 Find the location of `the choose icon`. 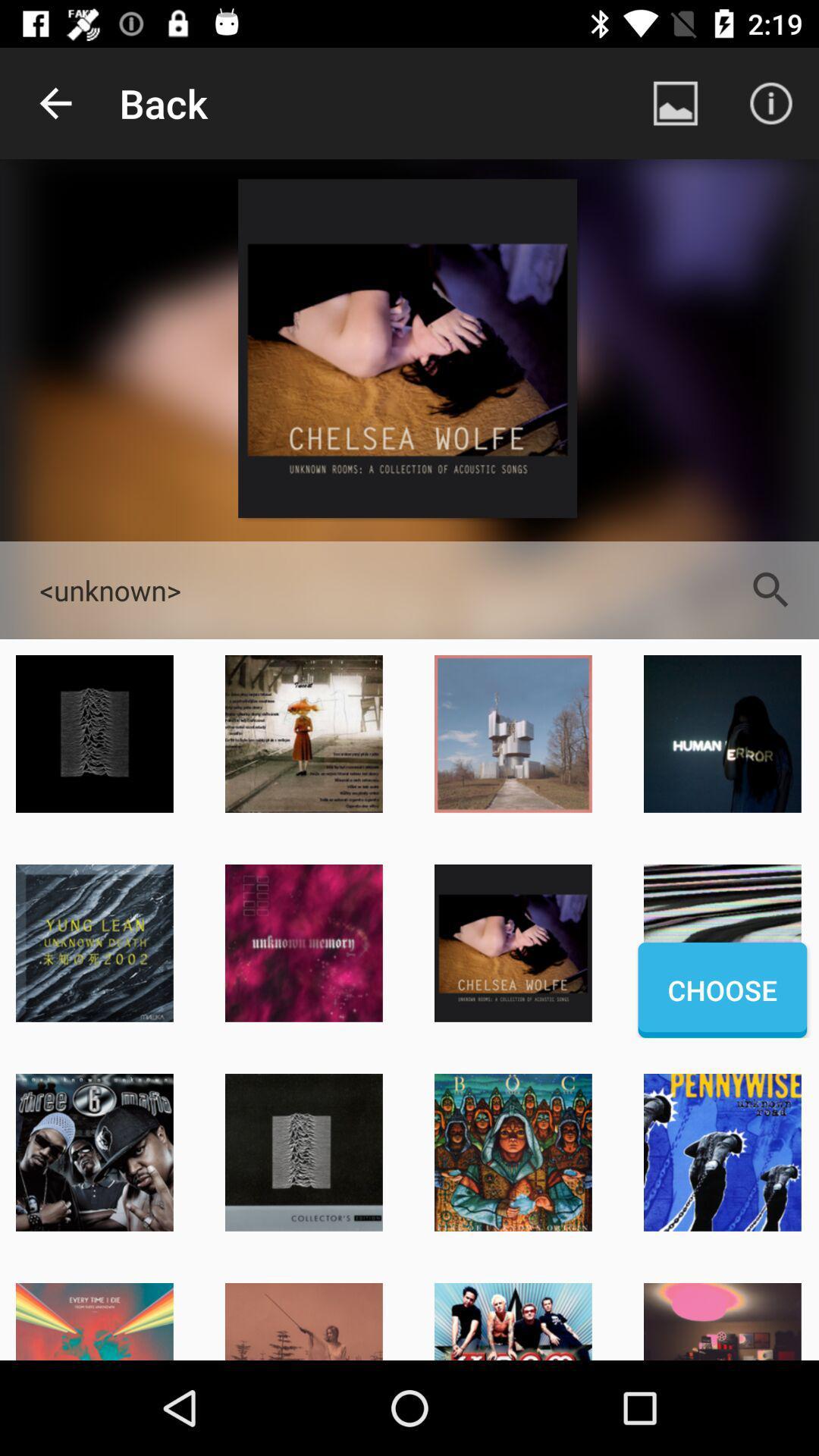

the choose icon is located at coordinates (721, 990).